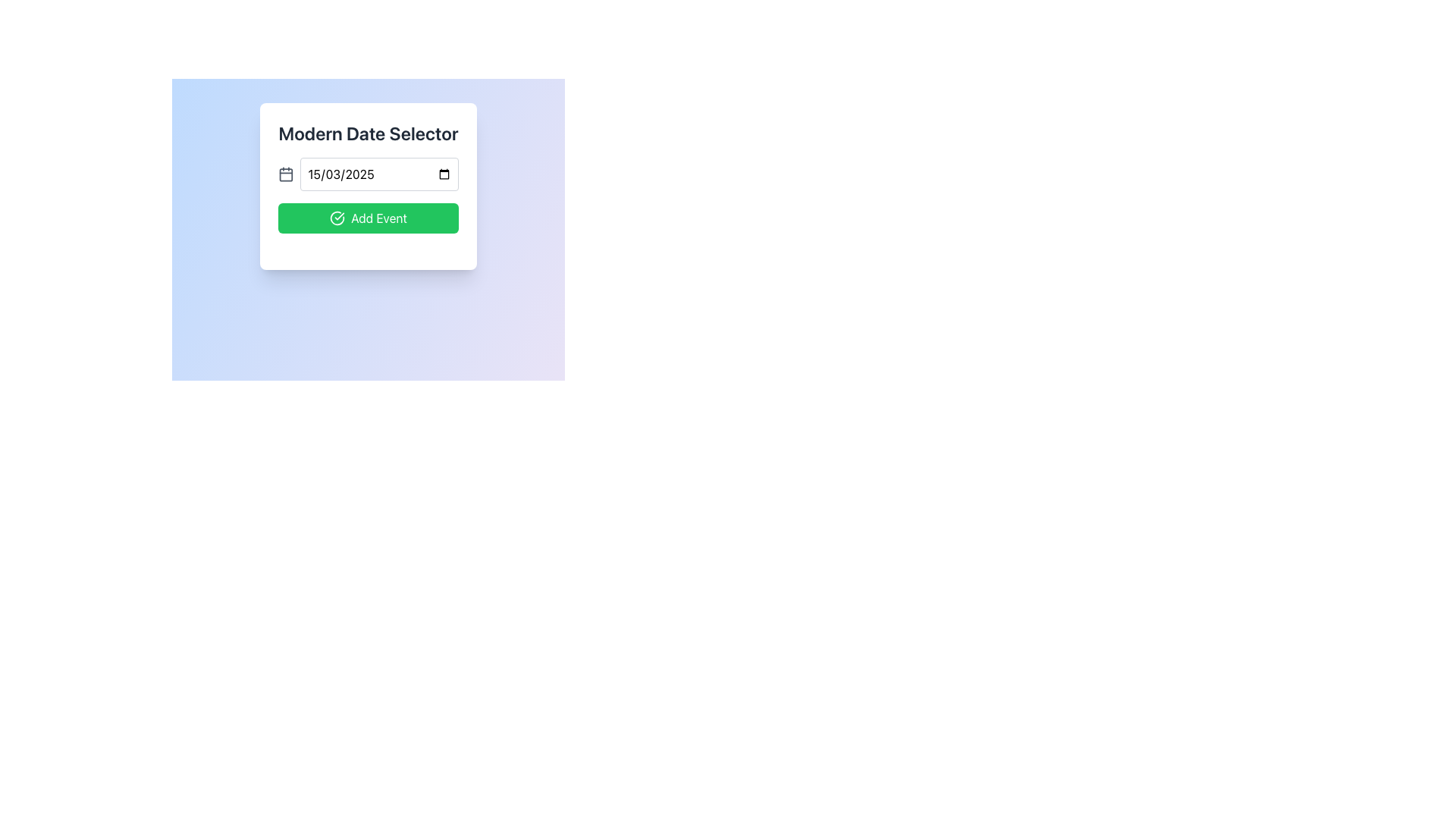 This screenshot has width=1456, height=819. What do you see at coordinates (337, 218) in the screenshot?
I see `the confirmation icon within the green 'Add Event' button located at the bottom center of the card, positioned below the date input field` at bounding box center [337, 218].